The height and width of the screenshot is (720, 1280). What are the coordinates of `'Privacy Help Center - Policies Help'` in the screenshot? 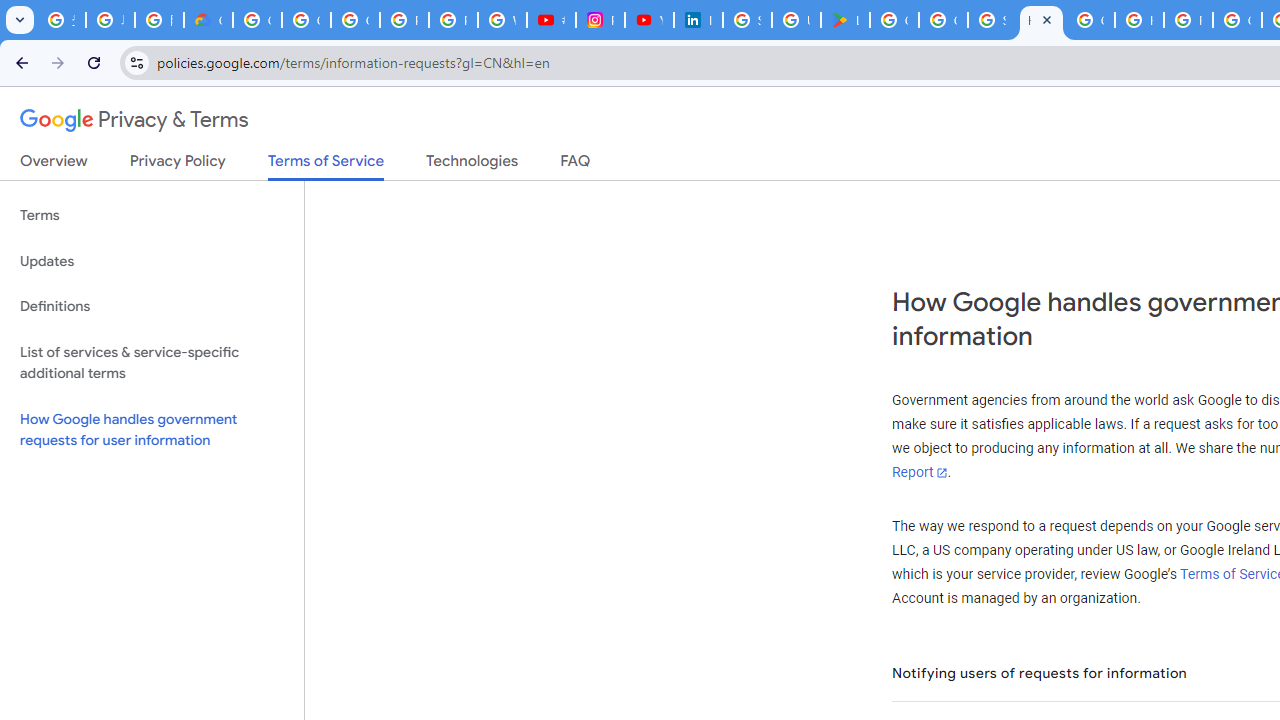 It's located at (452, 20).